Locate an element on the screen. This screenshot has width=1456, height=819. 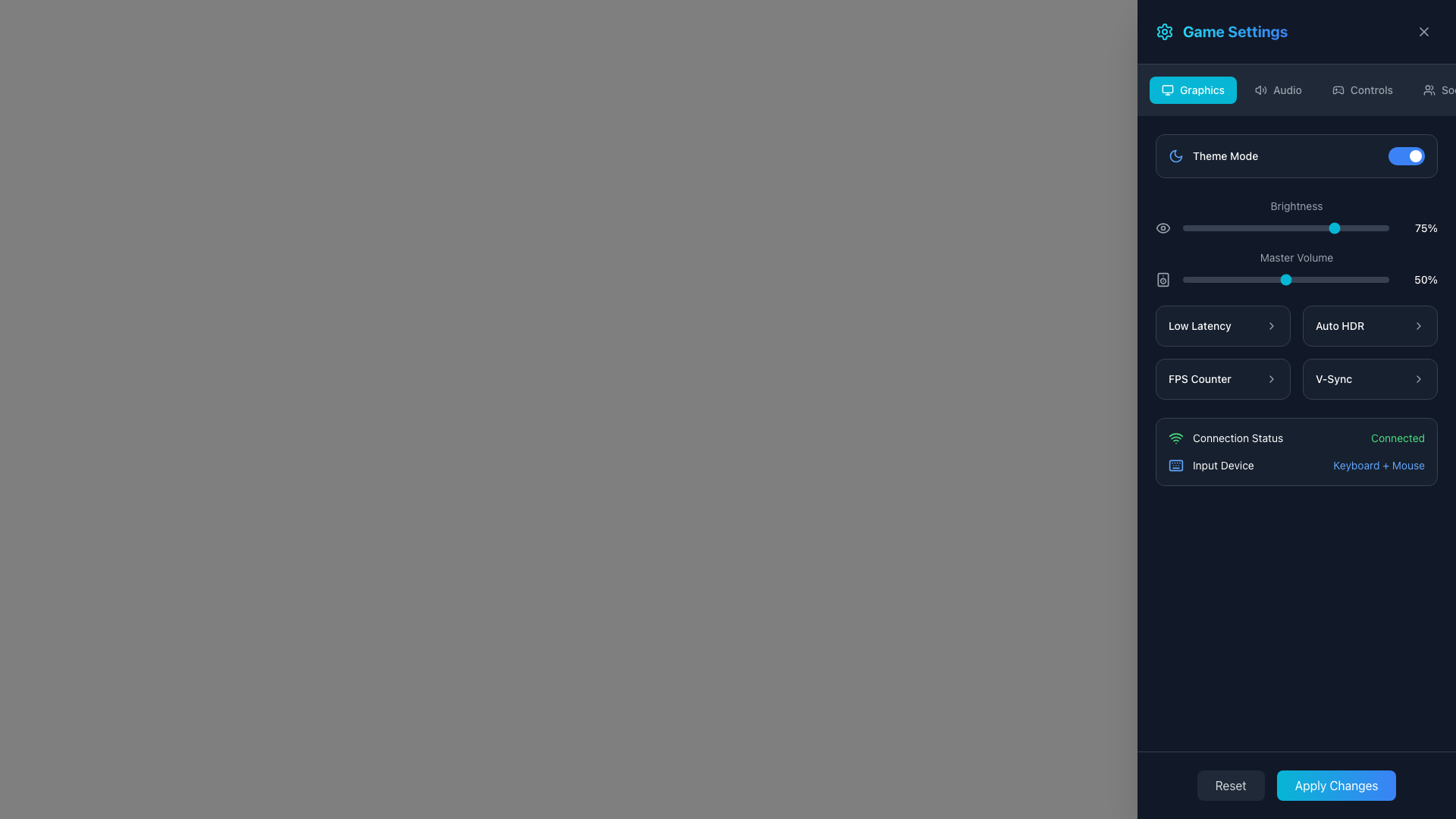
'Low Latency' setting label located at the first position in the settings panel under the 'Graphics' tab is located at coordinates (1222, 325).